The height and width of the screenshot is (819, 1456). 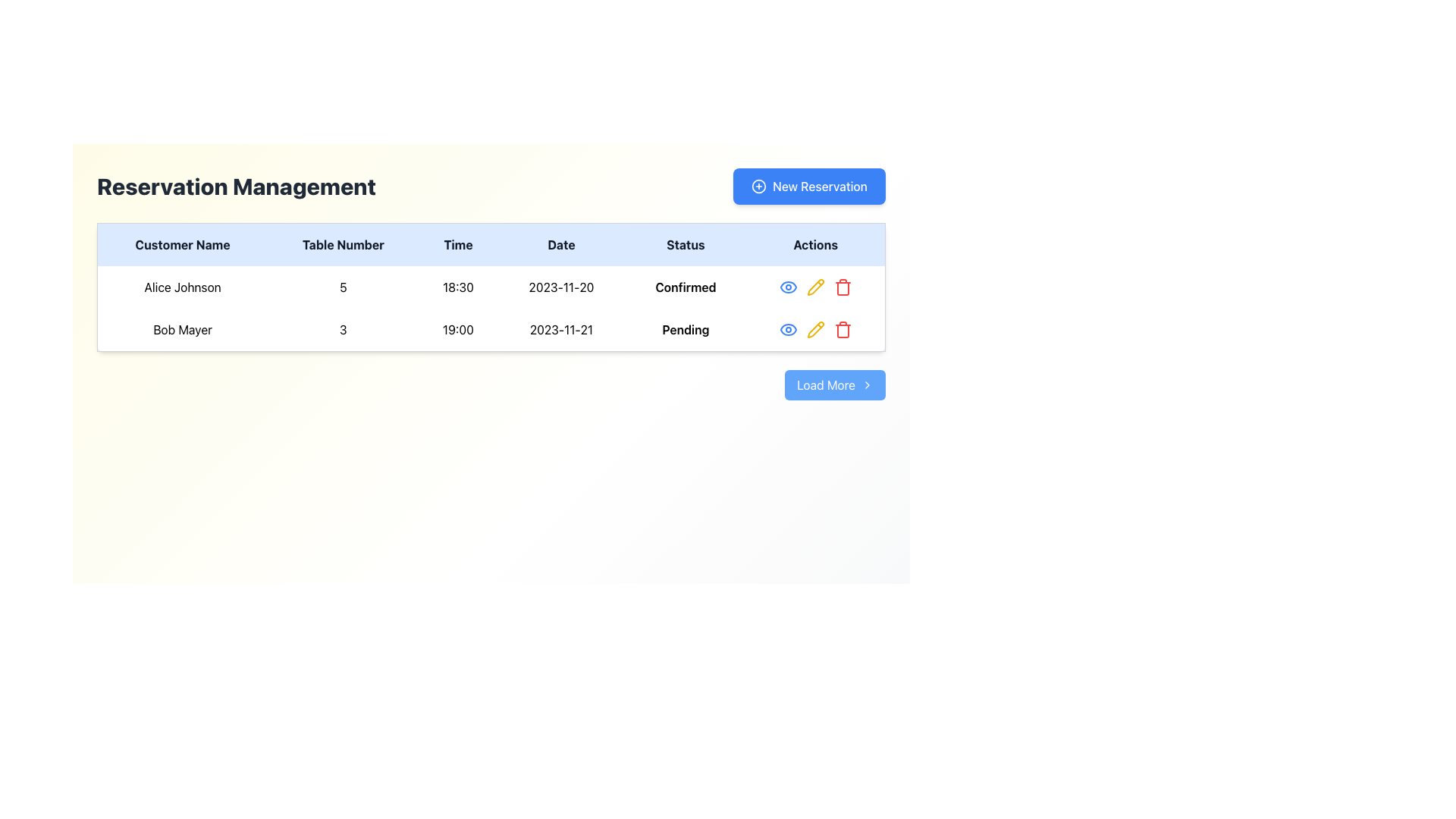 What do you see at coordinates (685, 243) in the screenshot?
I see `the 'Status' text label, which is the fifth column header in the table, located between 'Date' and 'Actions'` at bounding box center [685, 243].